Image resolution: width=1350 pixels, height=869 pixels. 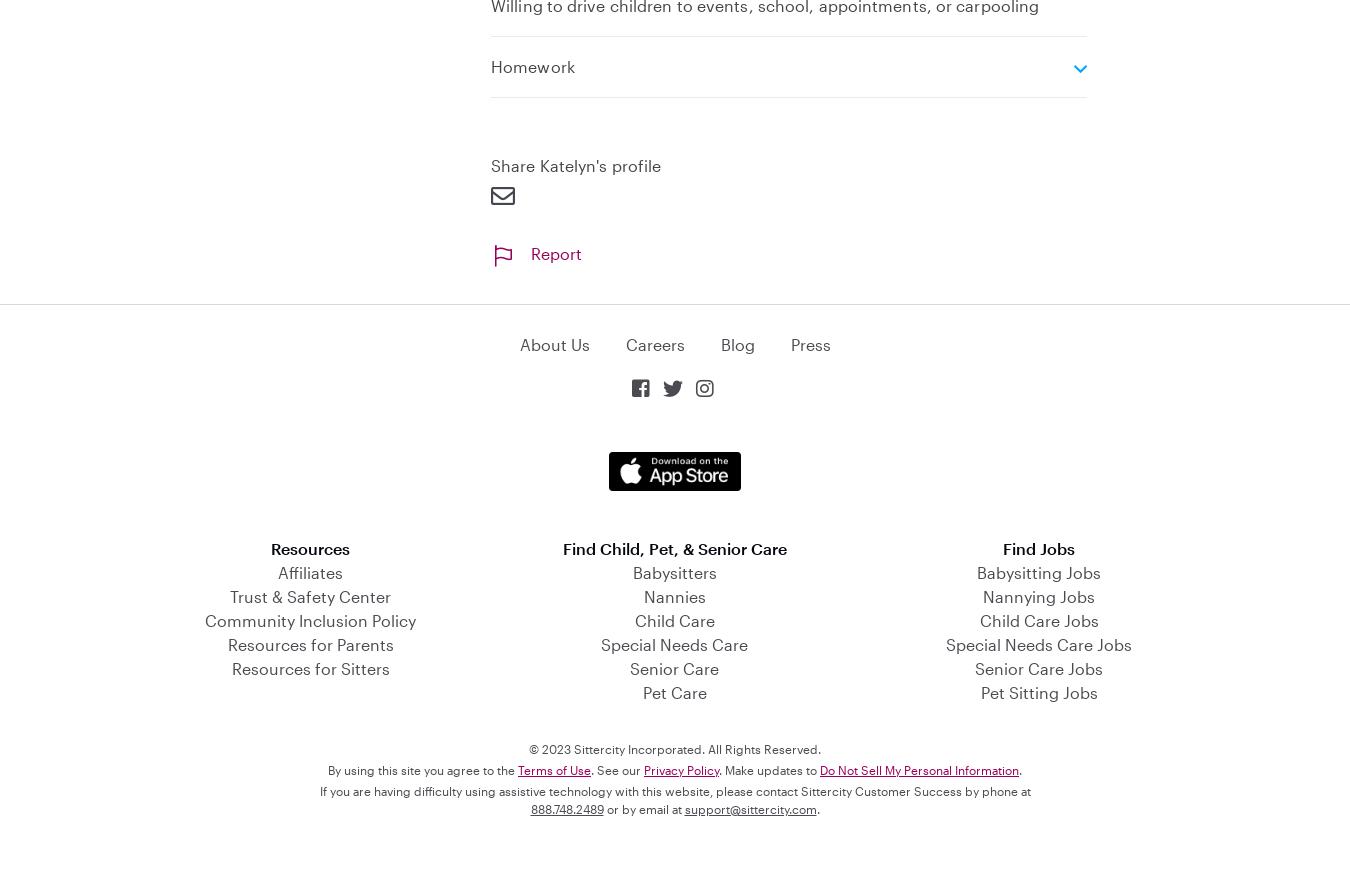 I want to click on 'Nannies', so click(x=674, y=595).